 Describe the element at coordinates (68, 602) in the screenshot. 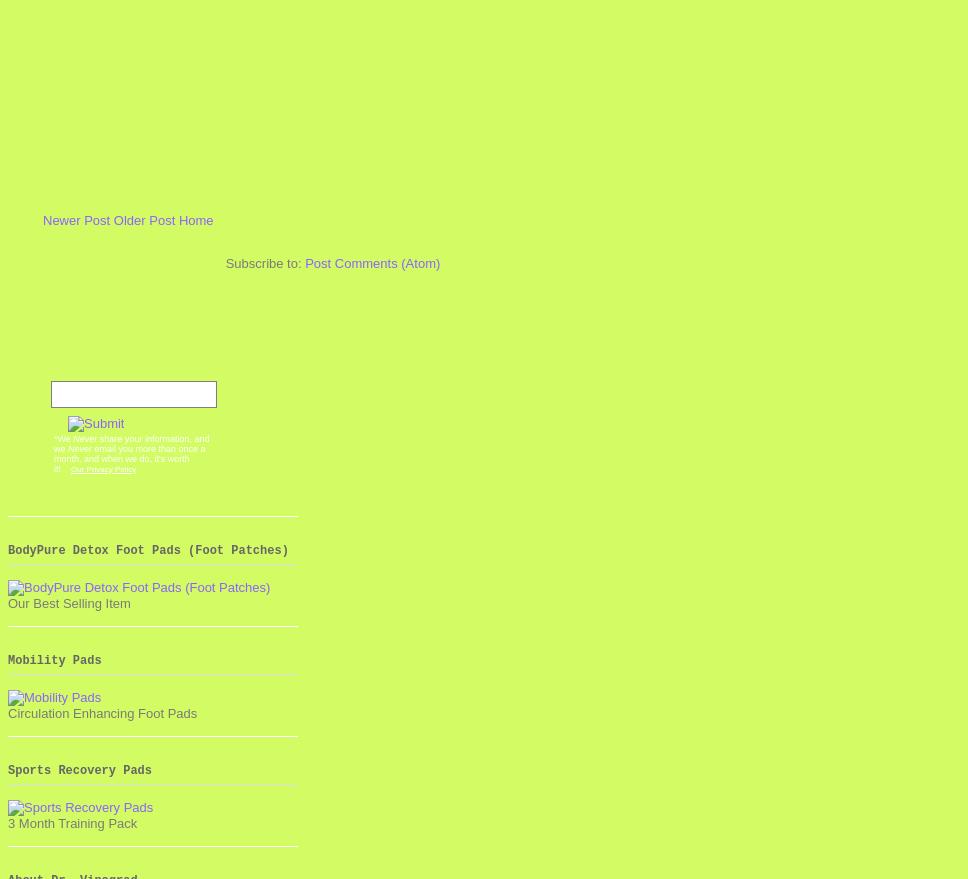

I see `'Our Best Selling Item'` at that location.